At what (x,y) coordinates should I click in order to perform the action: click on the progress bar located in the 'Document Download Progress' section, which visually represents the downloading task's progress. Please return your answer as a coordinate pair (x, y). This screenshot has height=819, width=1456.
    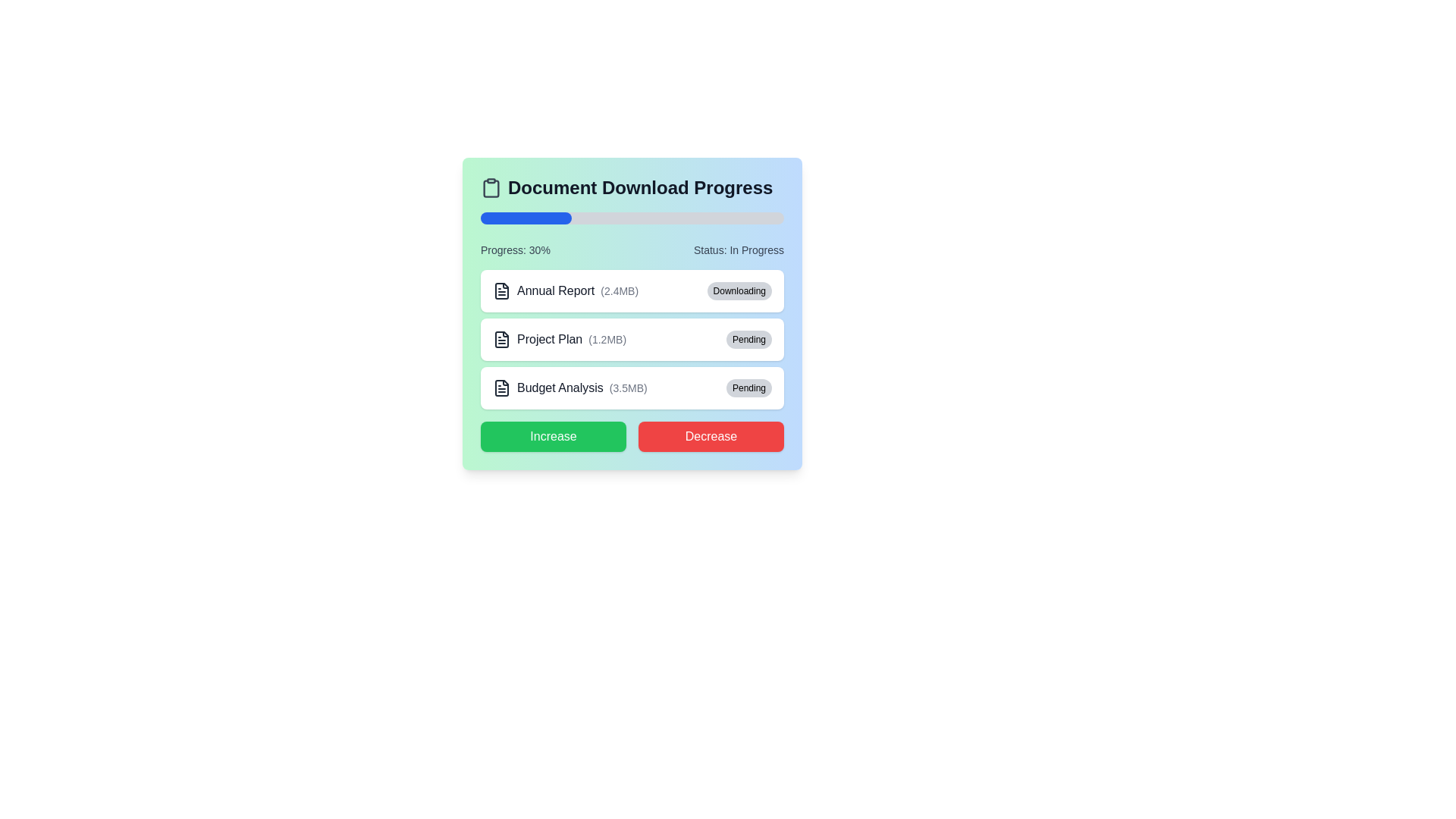
    Looking at the image, I should click on (632, 218).